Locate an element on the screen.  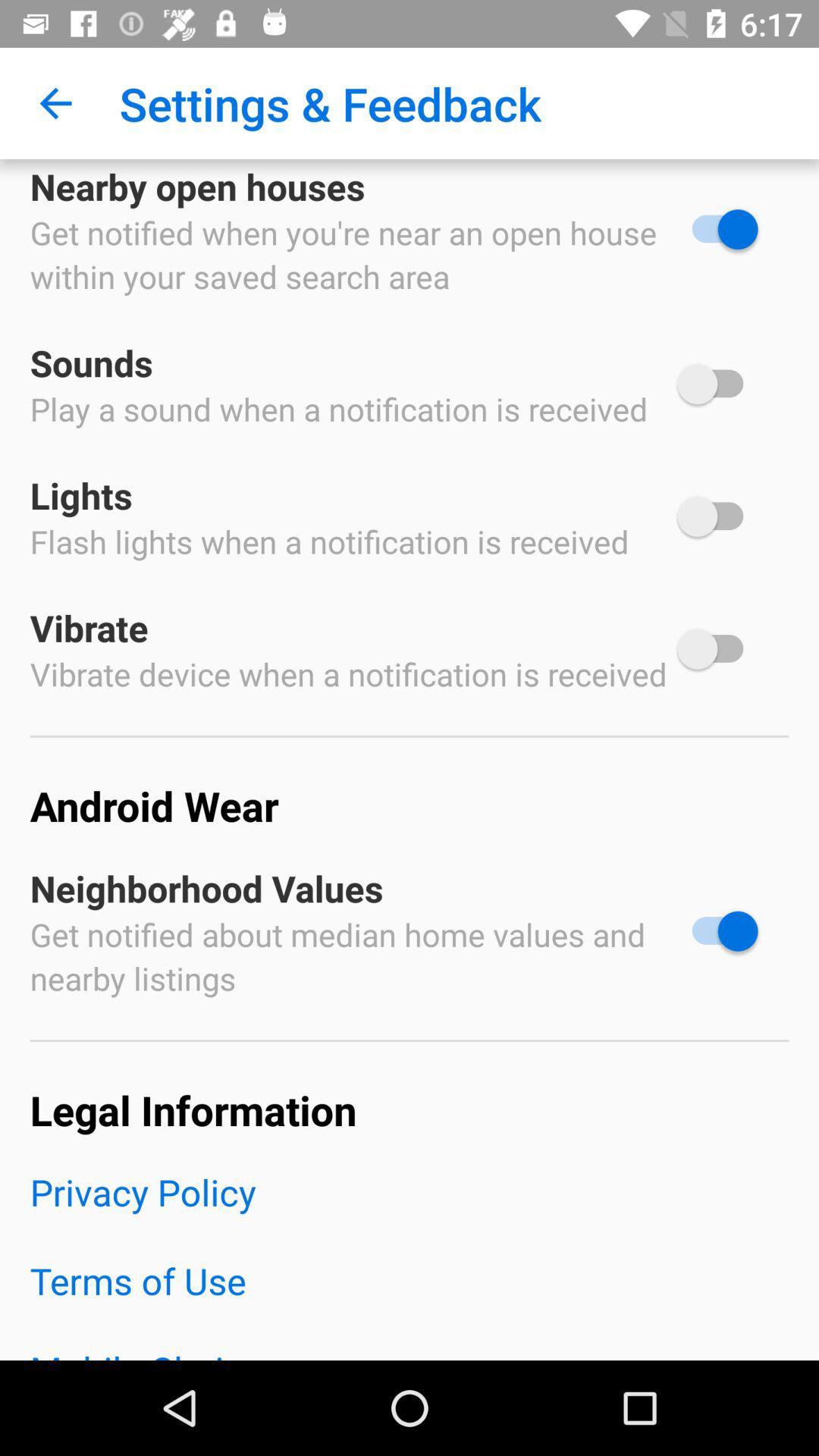
notification on is located at coordinates (717, 930).